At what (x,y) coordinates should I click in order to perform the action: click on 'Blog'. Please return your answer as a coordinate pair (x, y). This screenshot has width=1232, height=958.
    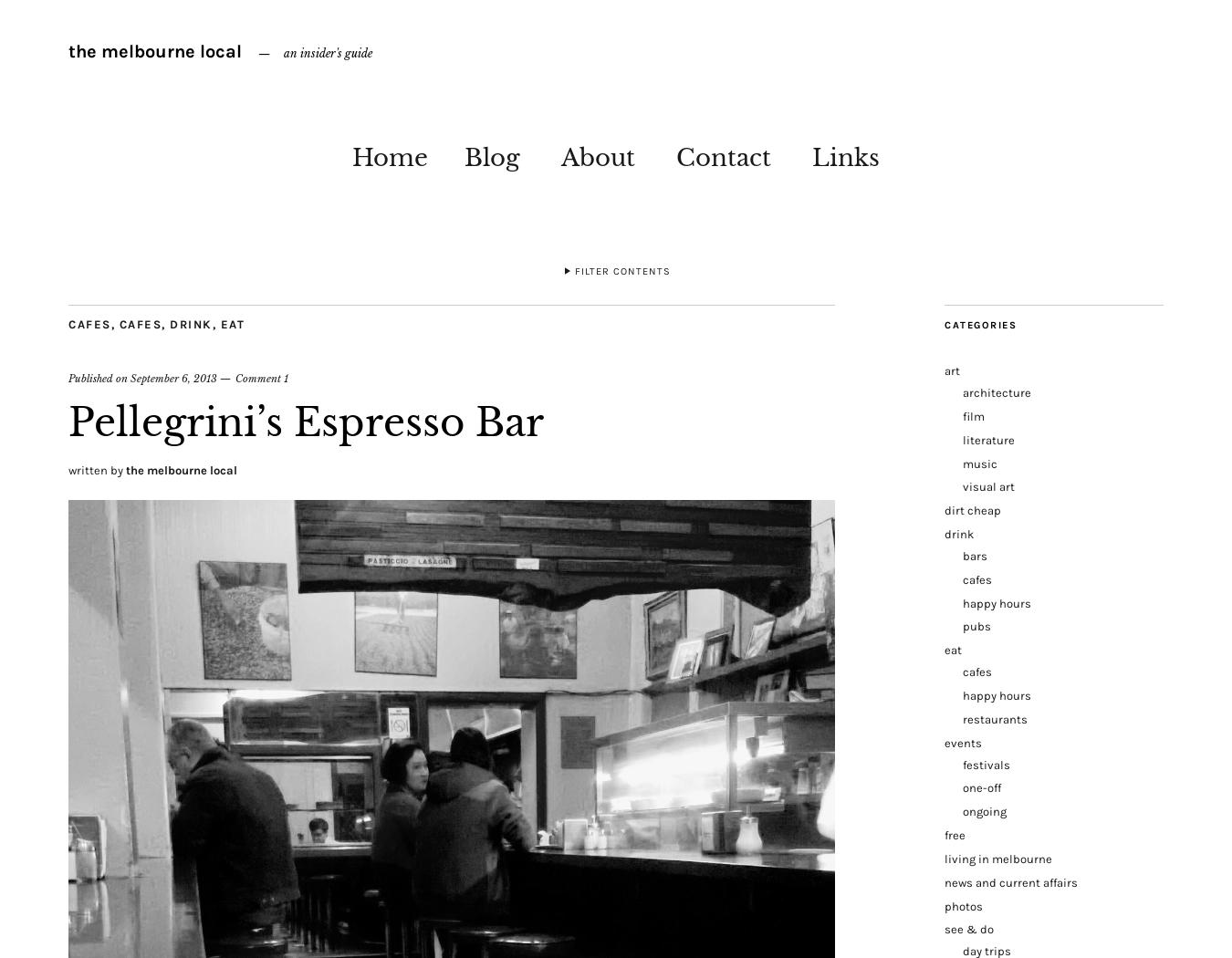
    Looking at the image, I should click on (491, 158).